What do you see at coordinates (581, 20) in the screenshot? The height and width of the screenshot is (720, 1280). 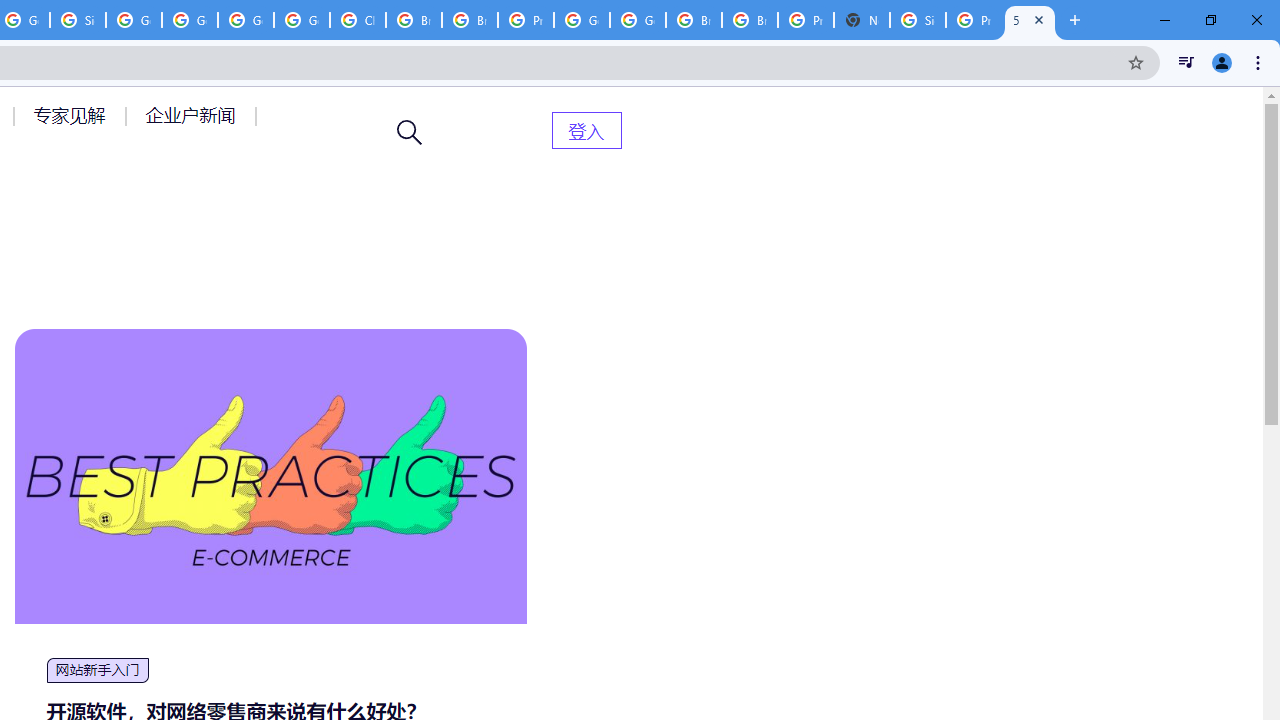 I see `'Google Cloud Platform'` at bounding box center [581, 20].